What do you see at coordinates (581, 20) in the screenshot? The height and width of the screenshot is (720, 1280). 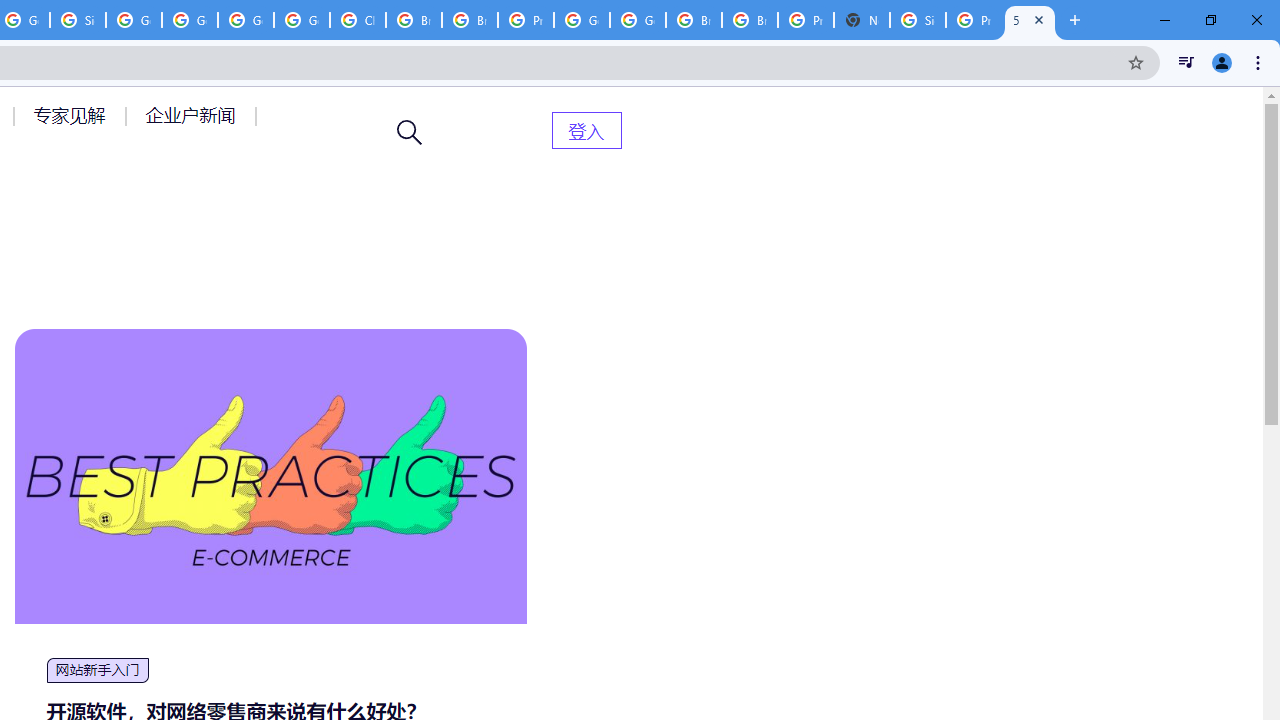 I see `'Google Cloud Platform'` at bounding box center [581, 20].